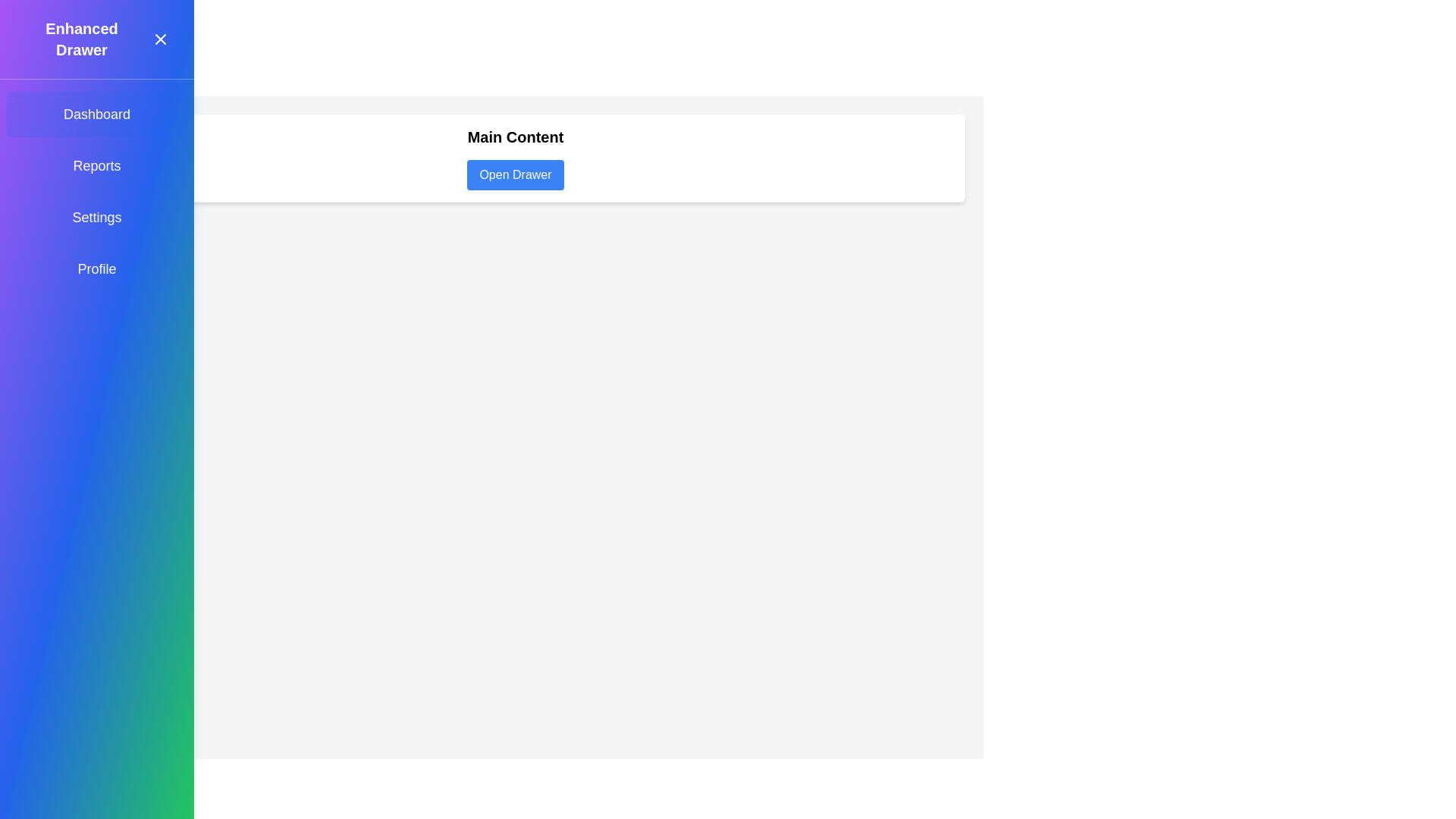 The width and height of the screenshot is (1456, 819). What do you see at coordinates (96, 217) in the screenshot?
I see `the menu item Settings from the drawer` at bounding box center [96, 217].